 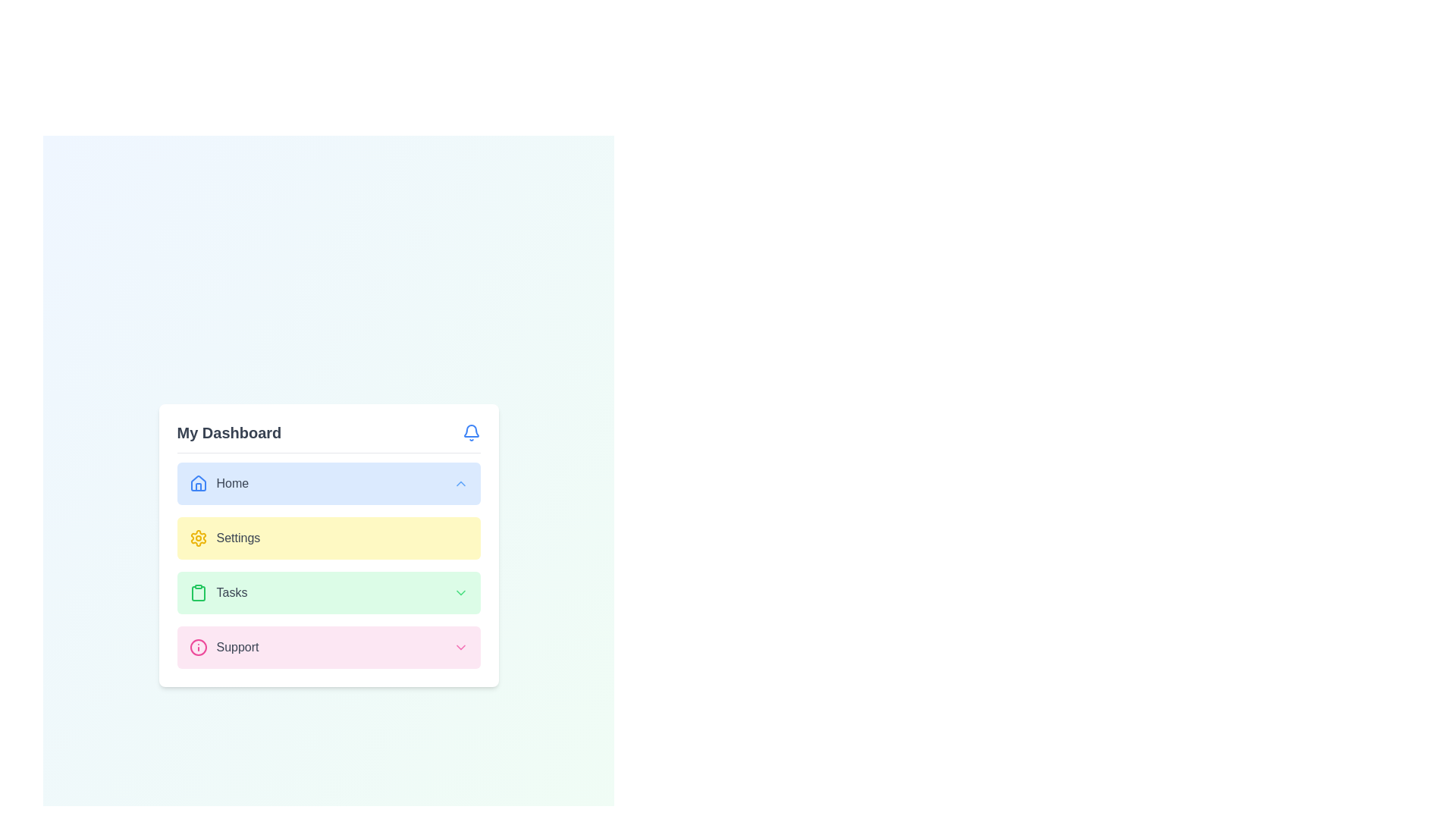 I want to click on the 'Support' text label in the 'My Dashboard' card, which is the last item in a vertically arranged list and has a light pink background, so click(x=237, y=647).